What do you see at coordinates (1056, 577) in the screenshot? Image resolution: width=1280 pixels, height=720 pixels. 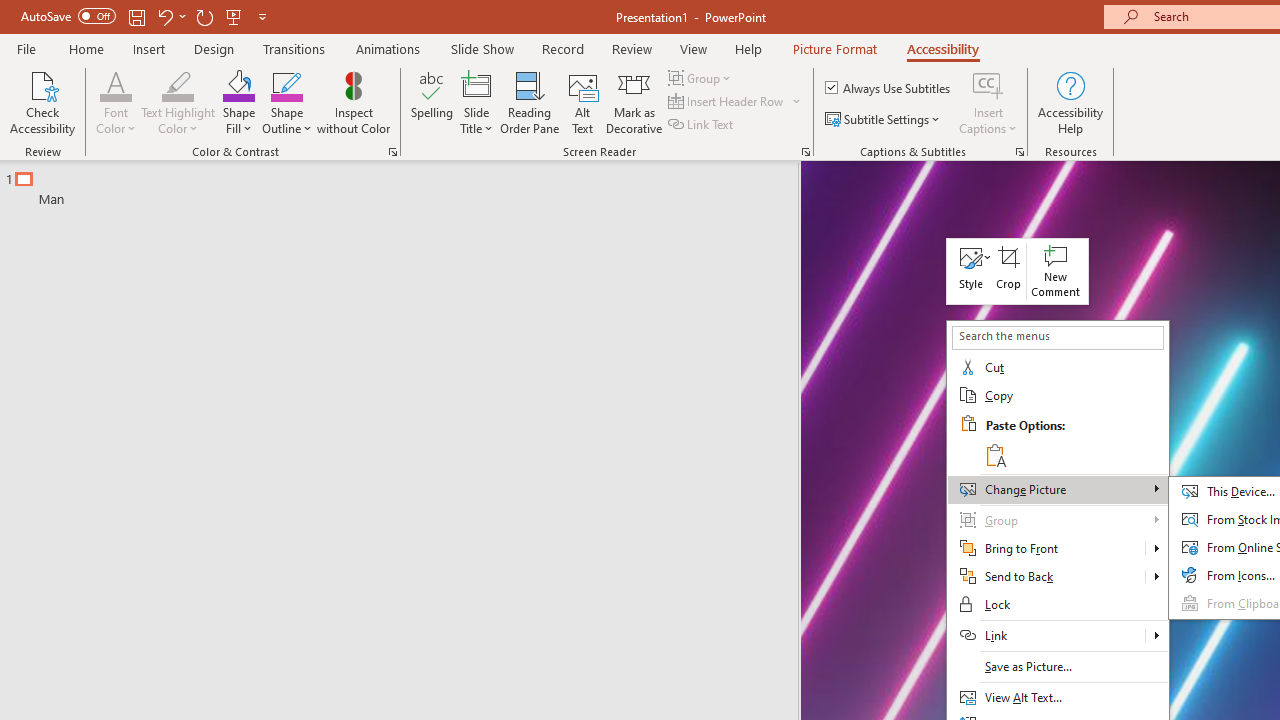 I see `'Send to Back'` at bounding box center [1056, 577].